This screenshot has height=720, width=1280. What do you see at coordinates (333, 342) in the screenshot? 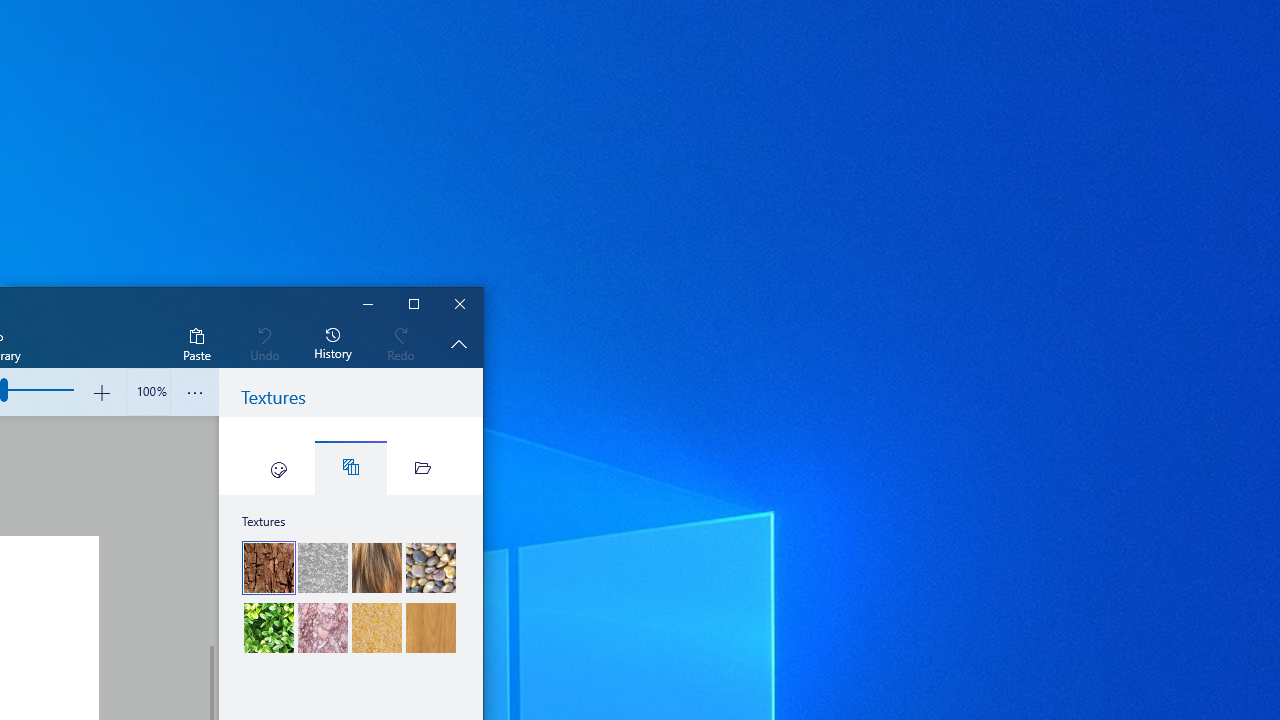
I see `'History'` at bounding box center [333, 342].